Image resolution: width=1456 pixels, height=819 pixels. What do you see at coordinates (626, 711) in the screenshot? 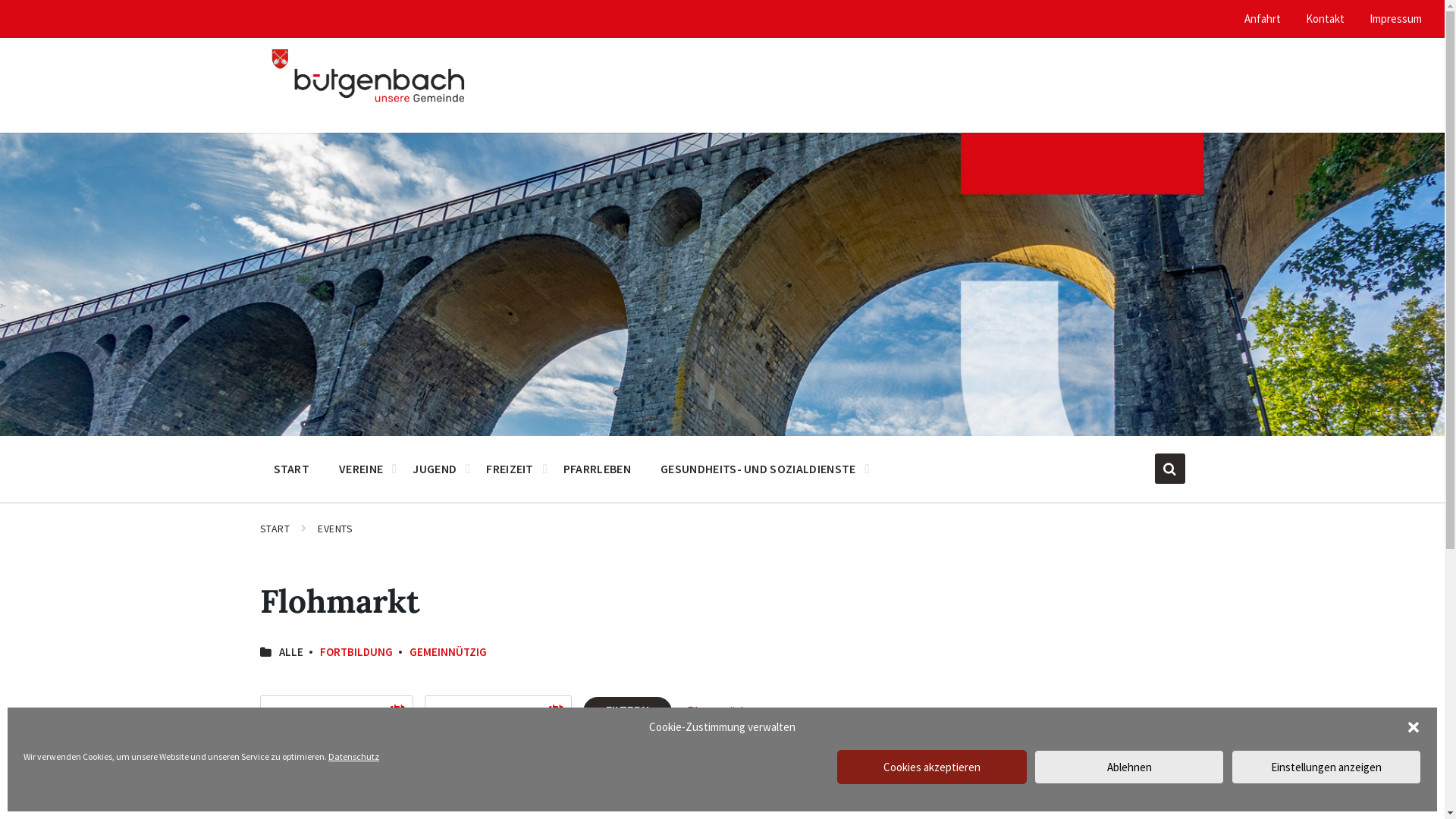
I see `'FILTERN'` at bounding box center [626, 711].